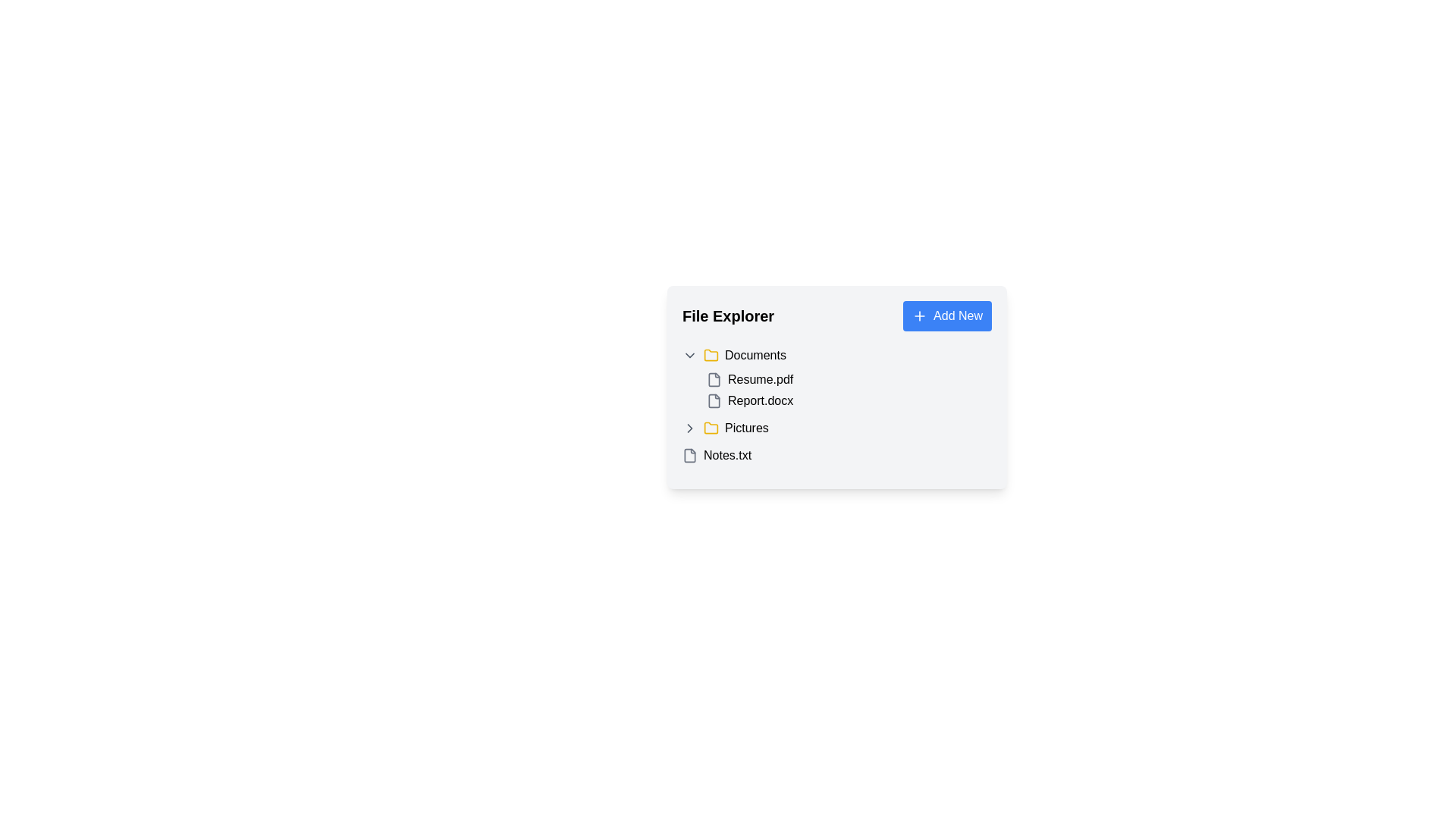 The height and width of the screenshot is (819, 1456). Describe the element at coordinates (689, 428) in the screenshot. I see `the chevron arrow icon pointing to the right, located next to the 'Pictures' label in the file explorer interface` at that location.